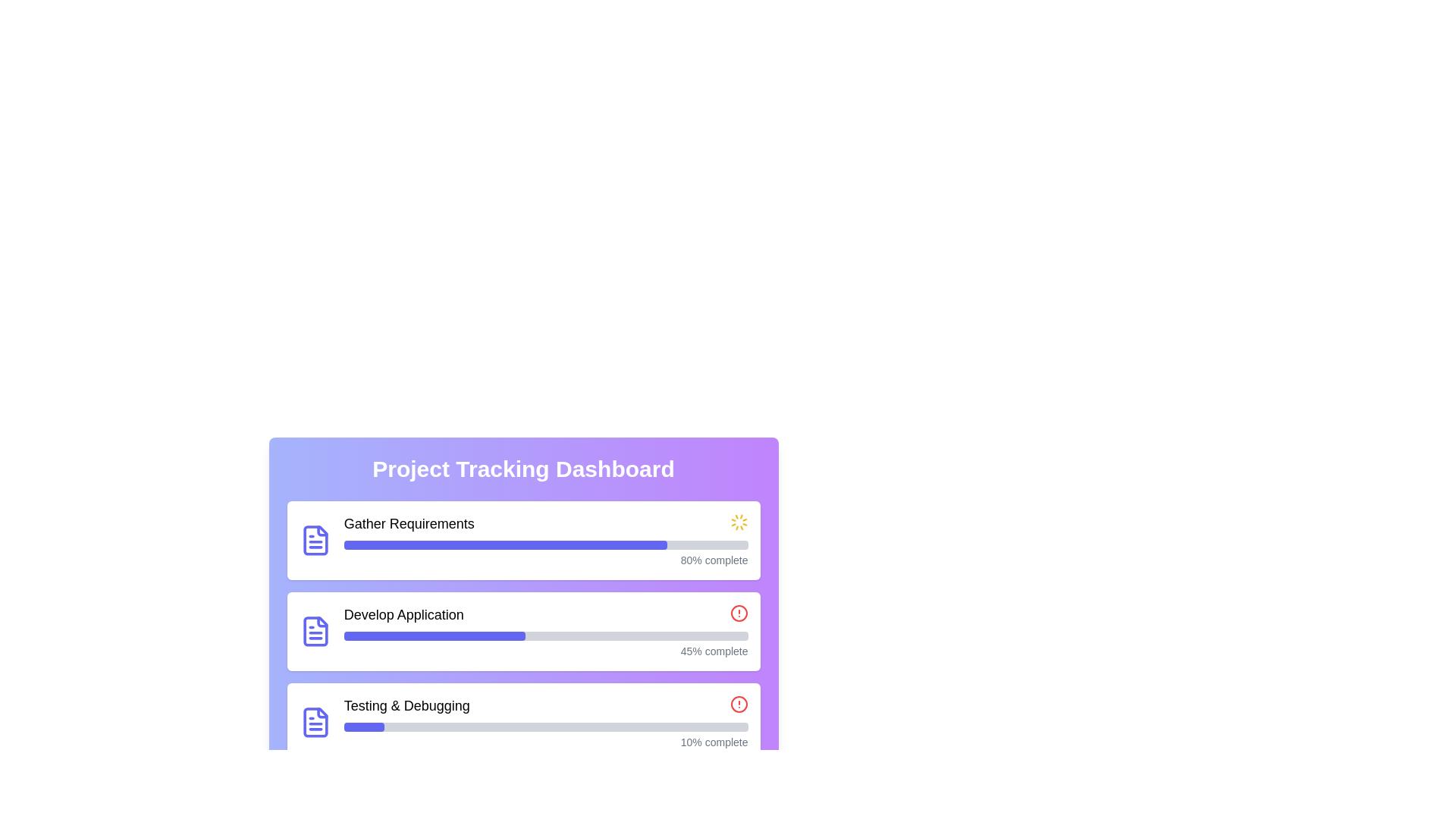  I want to click on the progress bar indicator in the 'Develop Application' section of the project tracking dashboard for interaction, so click(434, 636).